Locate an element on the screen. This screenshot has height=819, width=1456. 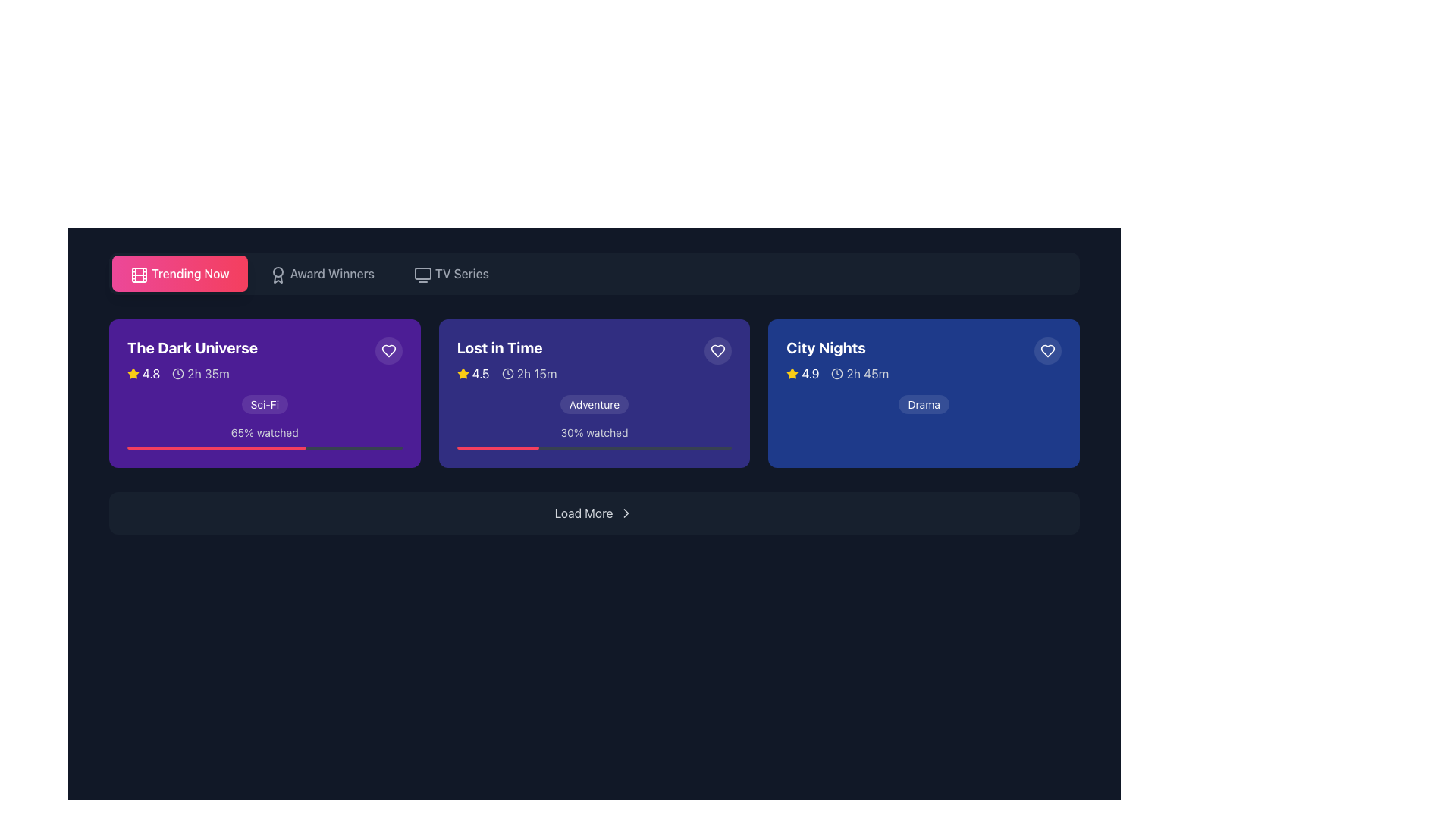
the yellow star icon that is an embellishment displaying a rating, located before the numeric rating '4.8' in the movie card titled 'The Dark Universe' is located at coordinates (133, 374).